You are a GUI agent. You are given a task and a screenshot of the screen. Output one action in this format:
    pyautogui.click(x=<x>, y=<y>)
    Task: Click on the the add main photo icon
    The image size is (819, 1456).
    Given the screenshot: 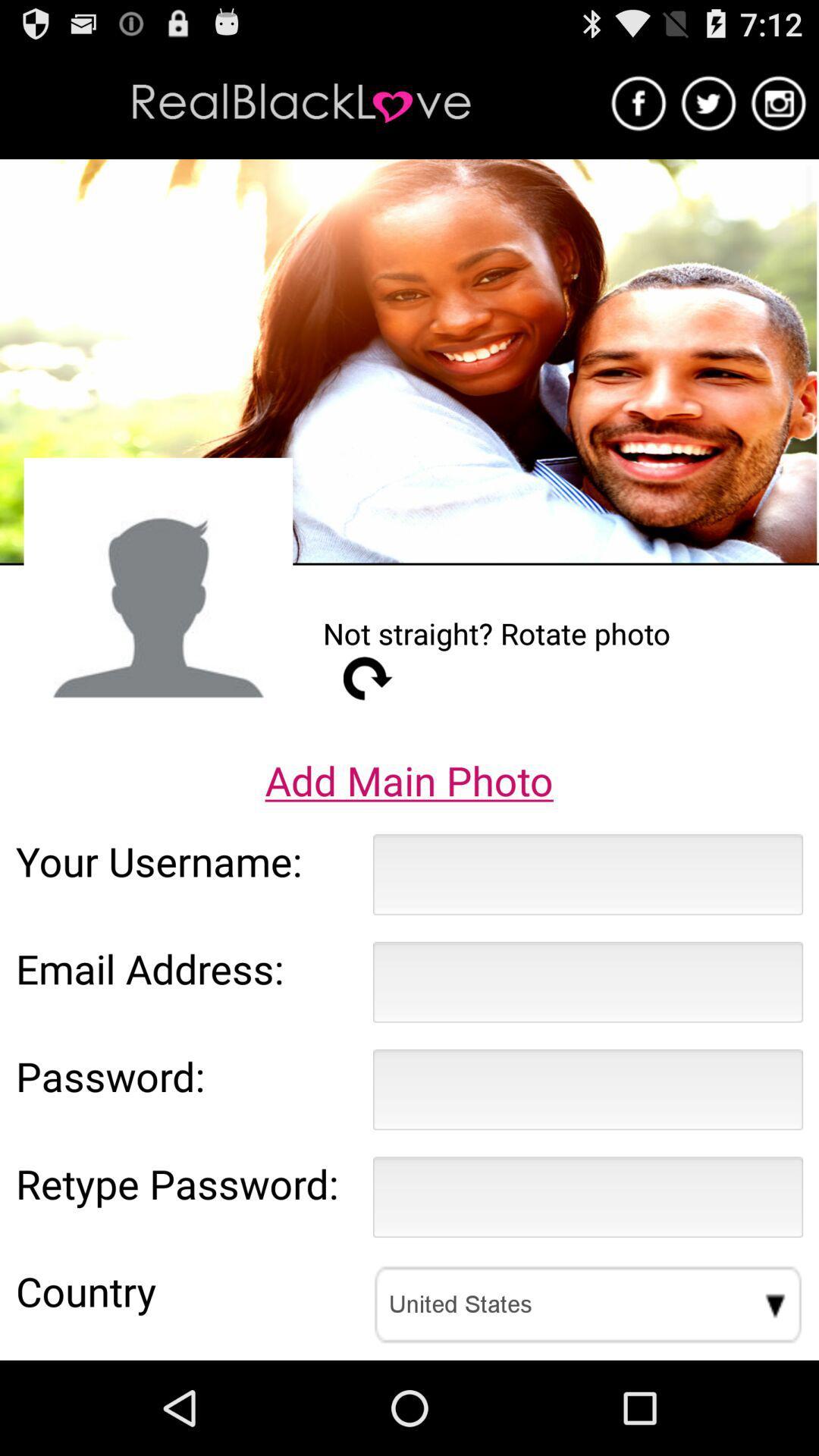 What is the action you would take?
    pyautogui.click(x=408, y=780)
    